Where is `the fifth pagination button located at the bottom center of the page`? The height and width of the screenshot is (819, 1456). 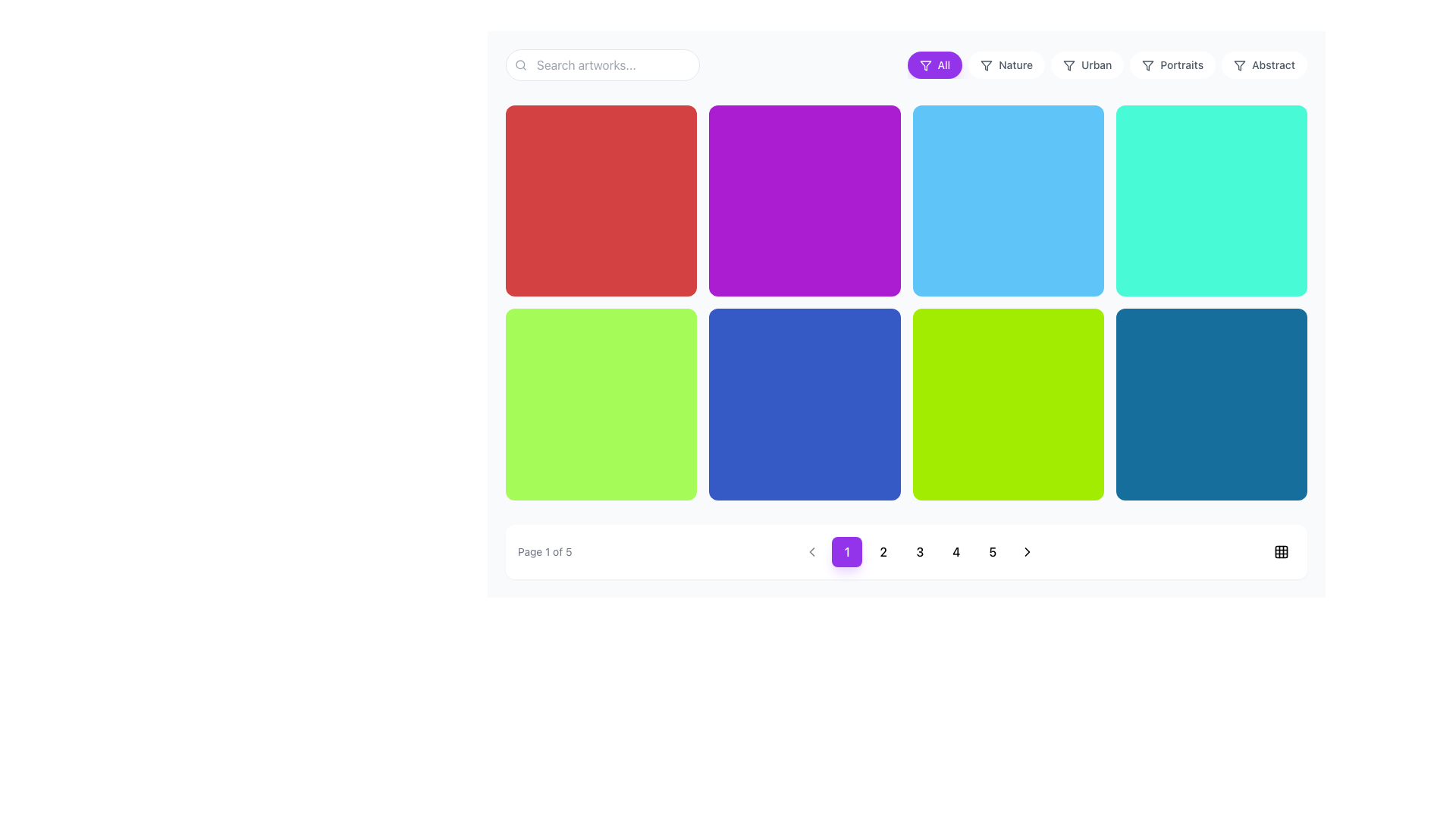
the fifth pagination button located at the bottom center of the page is located at coordinates (993, 551).